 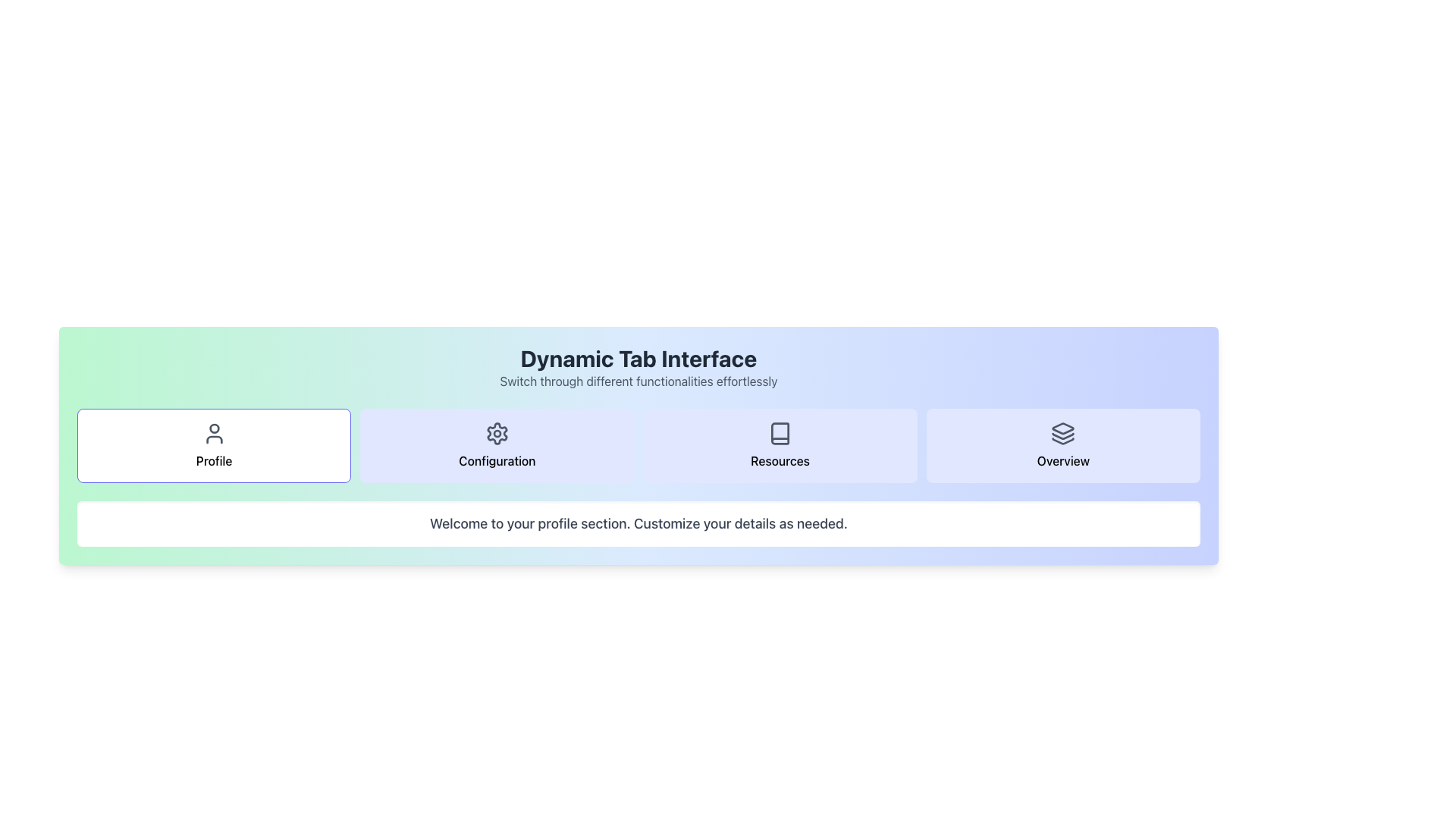 I want to click on the text label displaying 'Profile', which is styled with a medium-sized font and located below an icon in a bordered and rounded rectangular area within the leftmost section of a horizontally-aligned button group, so click(x=213, y=460).